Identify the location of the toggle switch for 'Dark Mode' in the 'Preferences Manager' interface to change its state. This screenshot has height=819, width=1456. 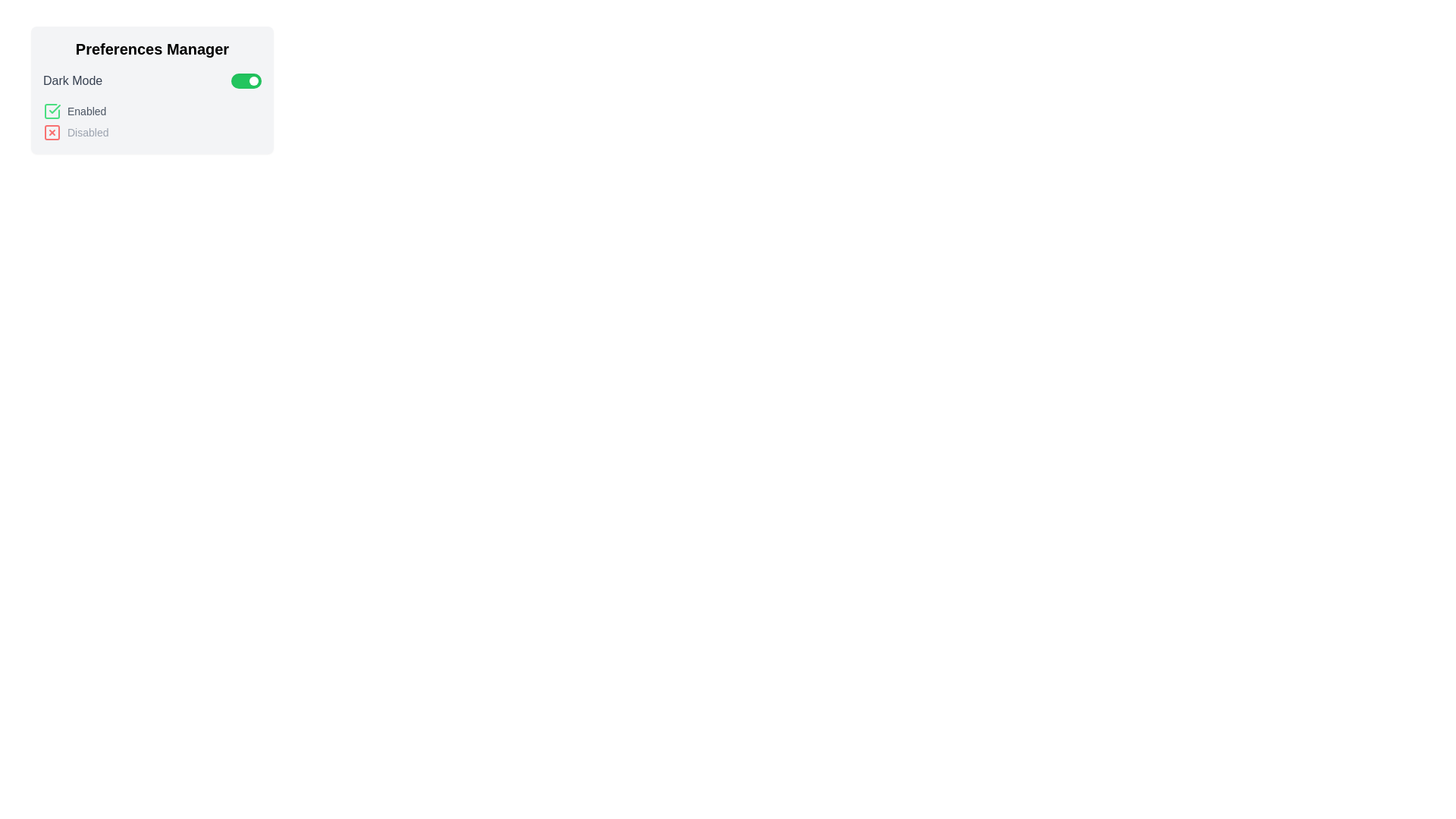
(246, 81).